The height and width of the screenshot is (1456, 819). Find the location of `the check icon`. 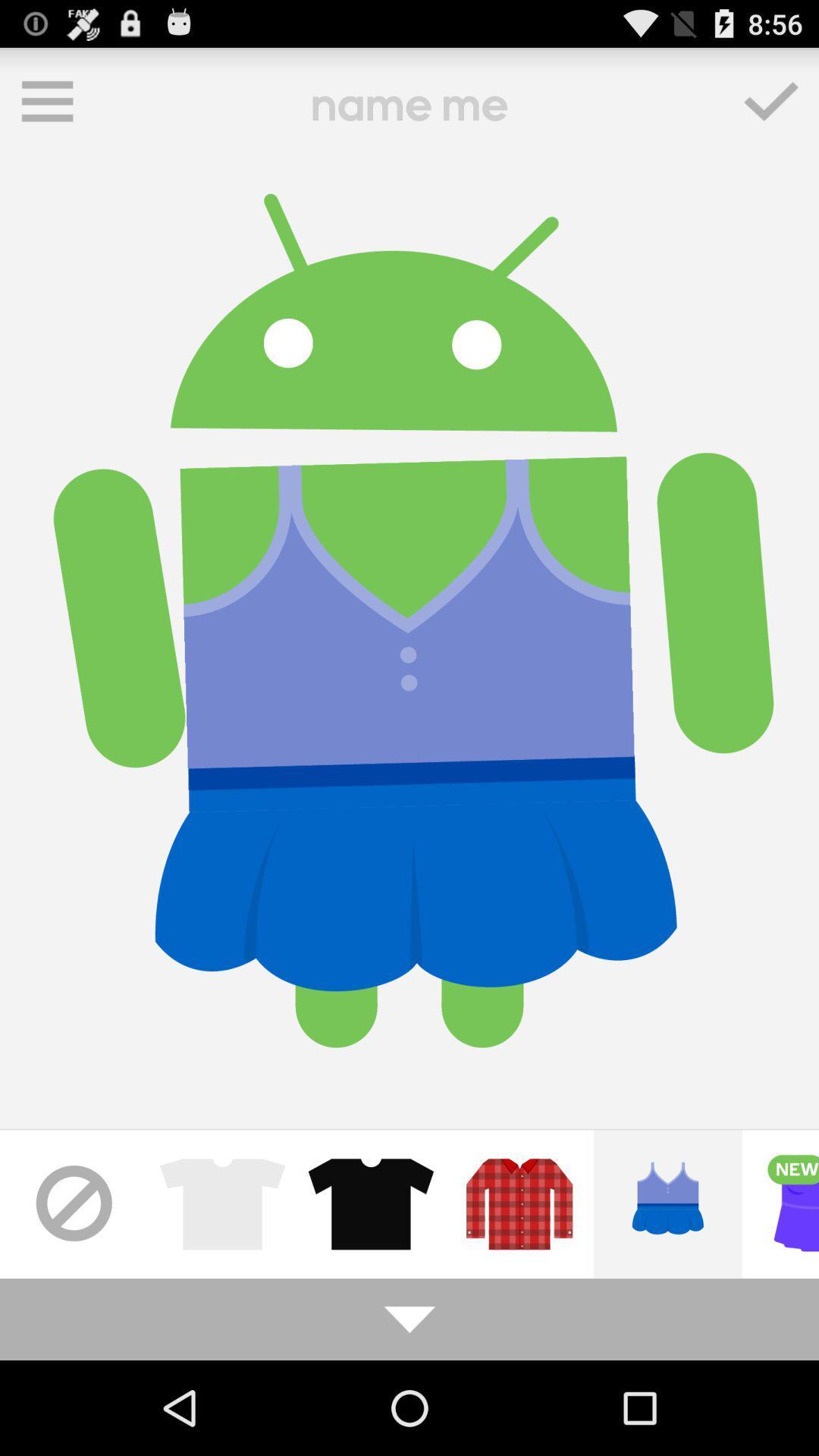

the check icon is located at coordinates (771, 108).